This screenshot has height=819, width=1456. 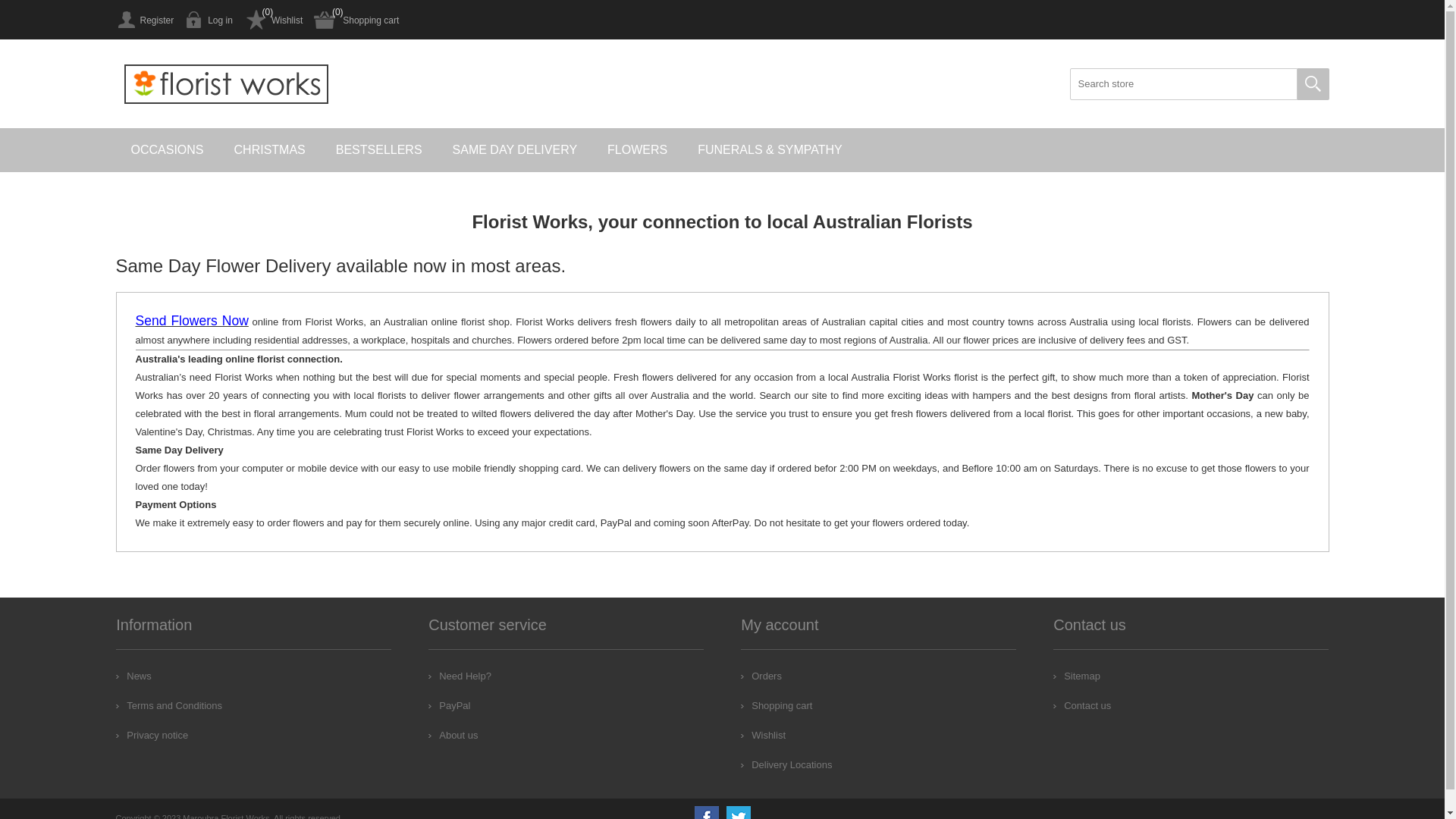 What do you see at coordinates (133, 675) in the screenshot?
I see `'News'` at bounding box center [133, 675].